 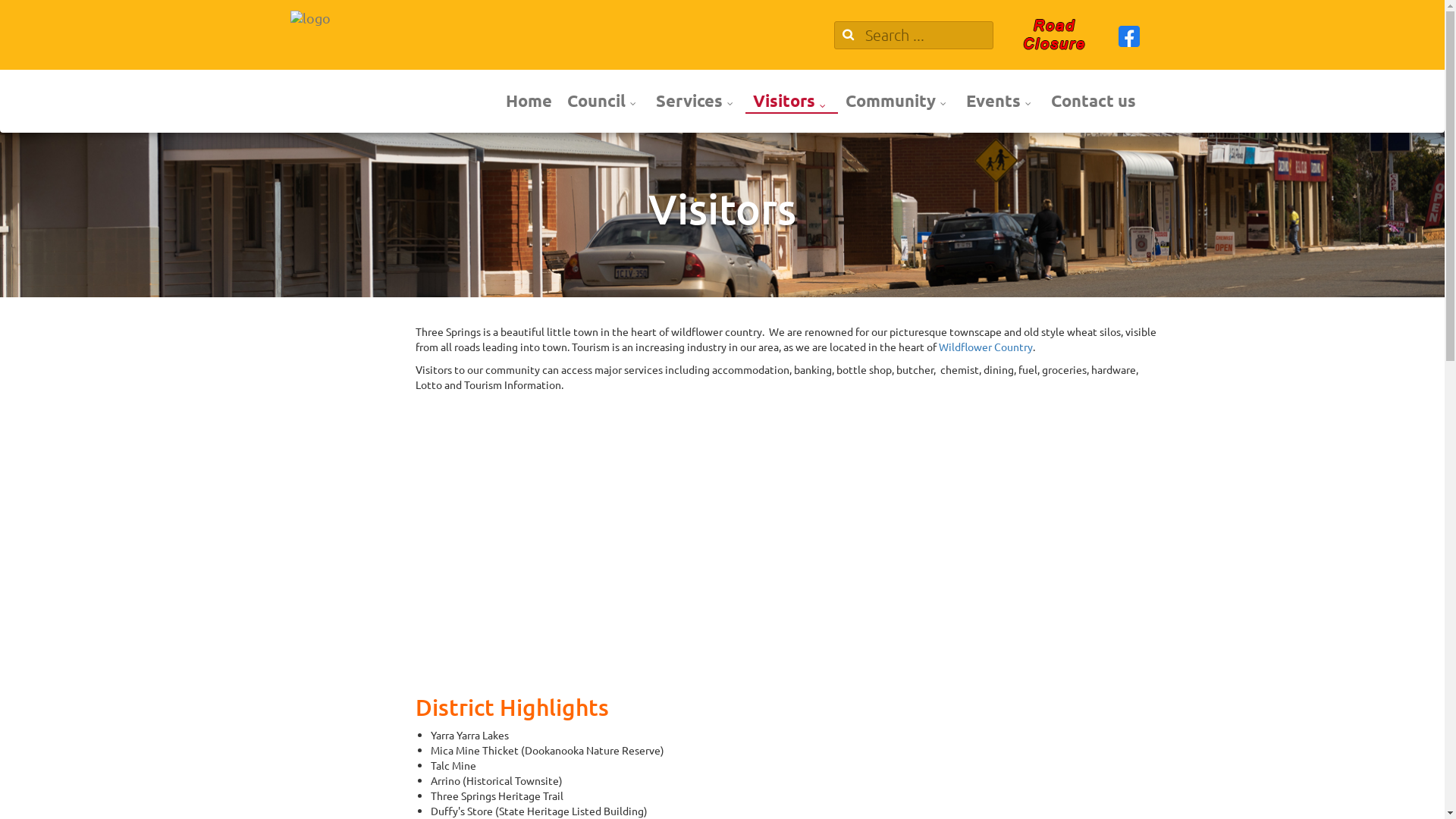 What do you see at coordinates (528, 100) in the screenshot?
I see `'Home'` at bounding box center [528, 100].